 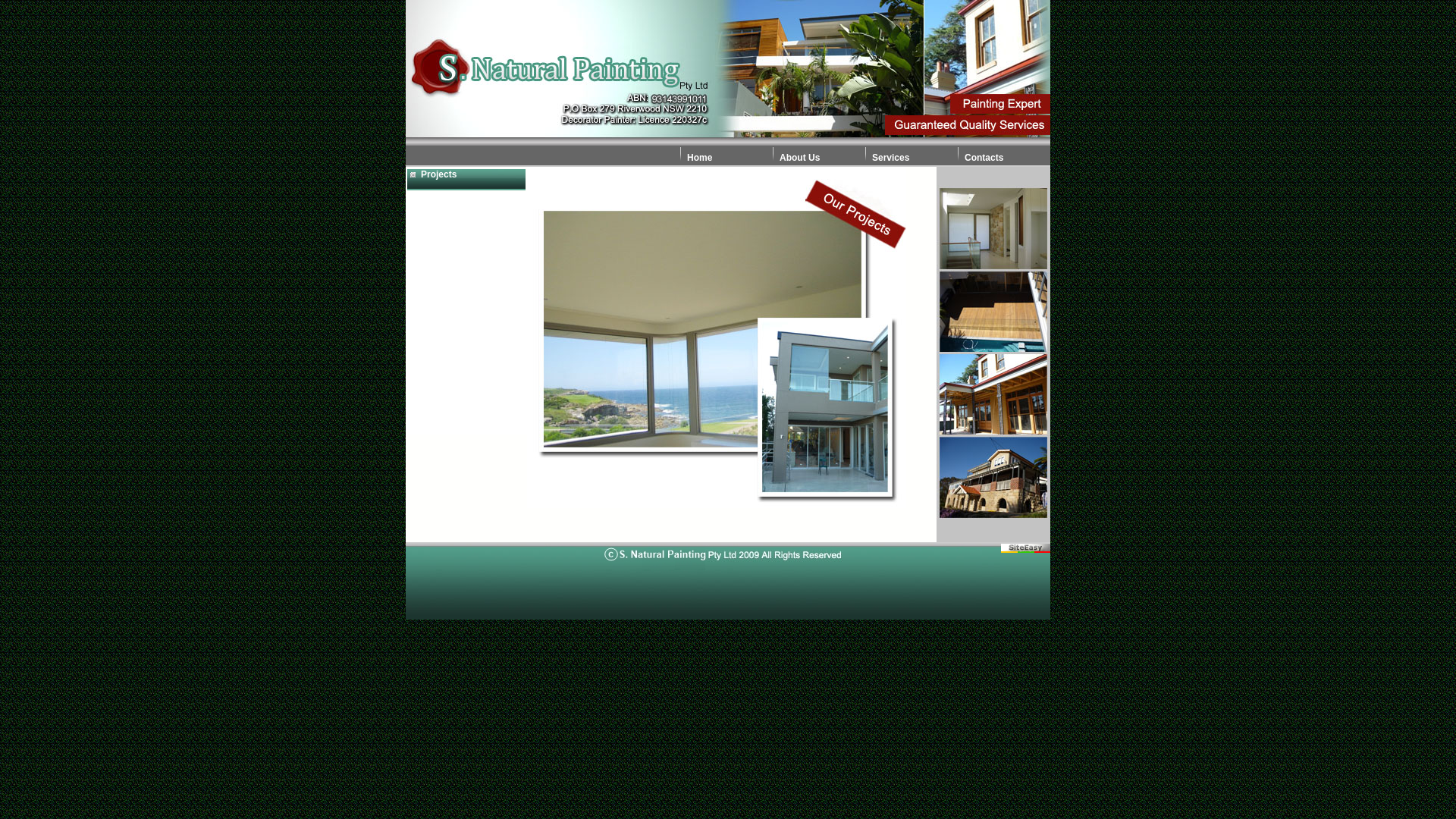 What do you see at coordinates (698, 158) in the screenshot?
I see `'Home'` at bounding box center [698, 158].